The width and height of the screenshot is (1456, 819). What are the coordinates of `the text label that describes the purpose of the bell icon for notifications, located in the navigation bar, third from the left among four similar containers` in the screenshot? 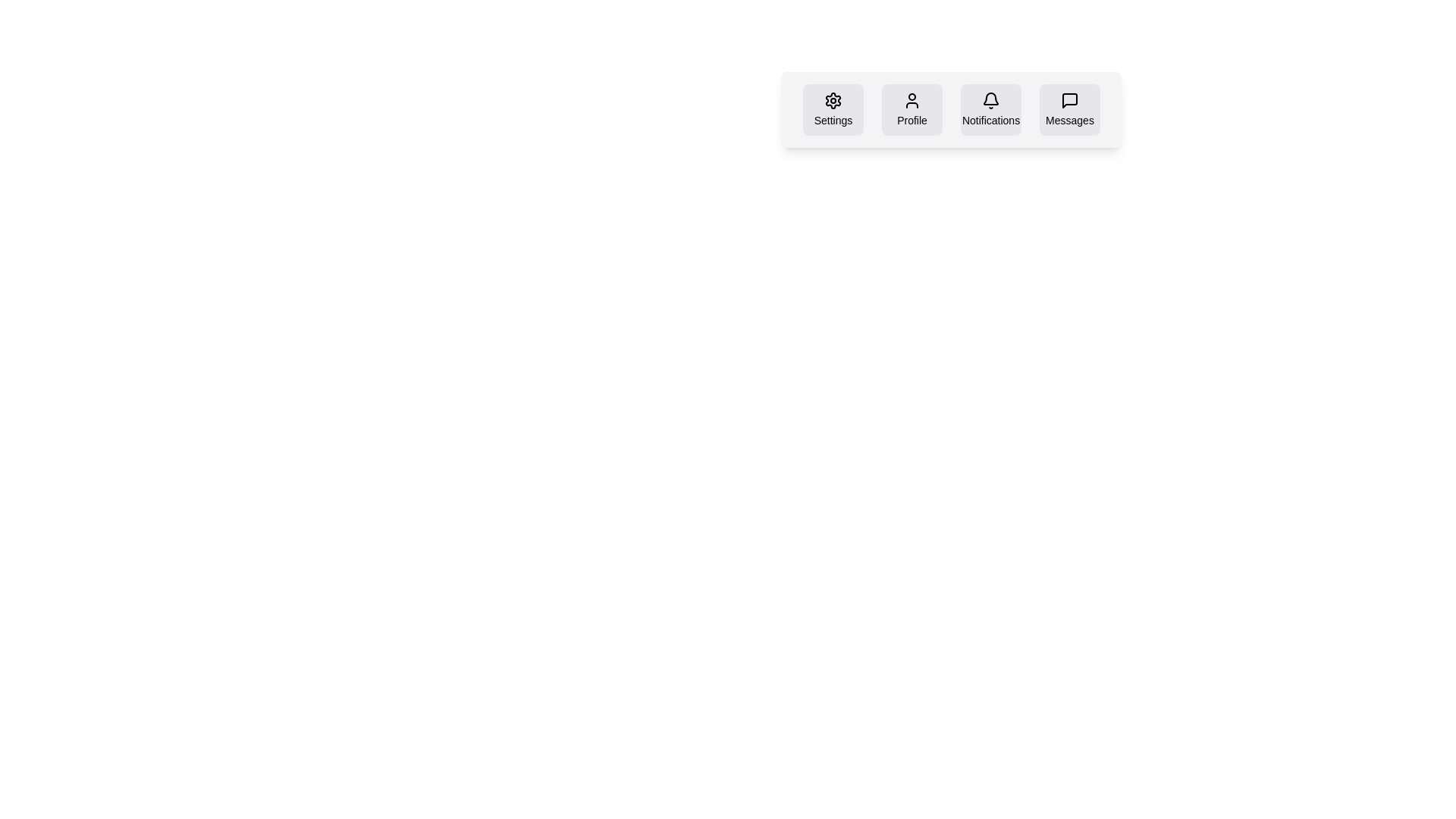 It's located at (990, 119).